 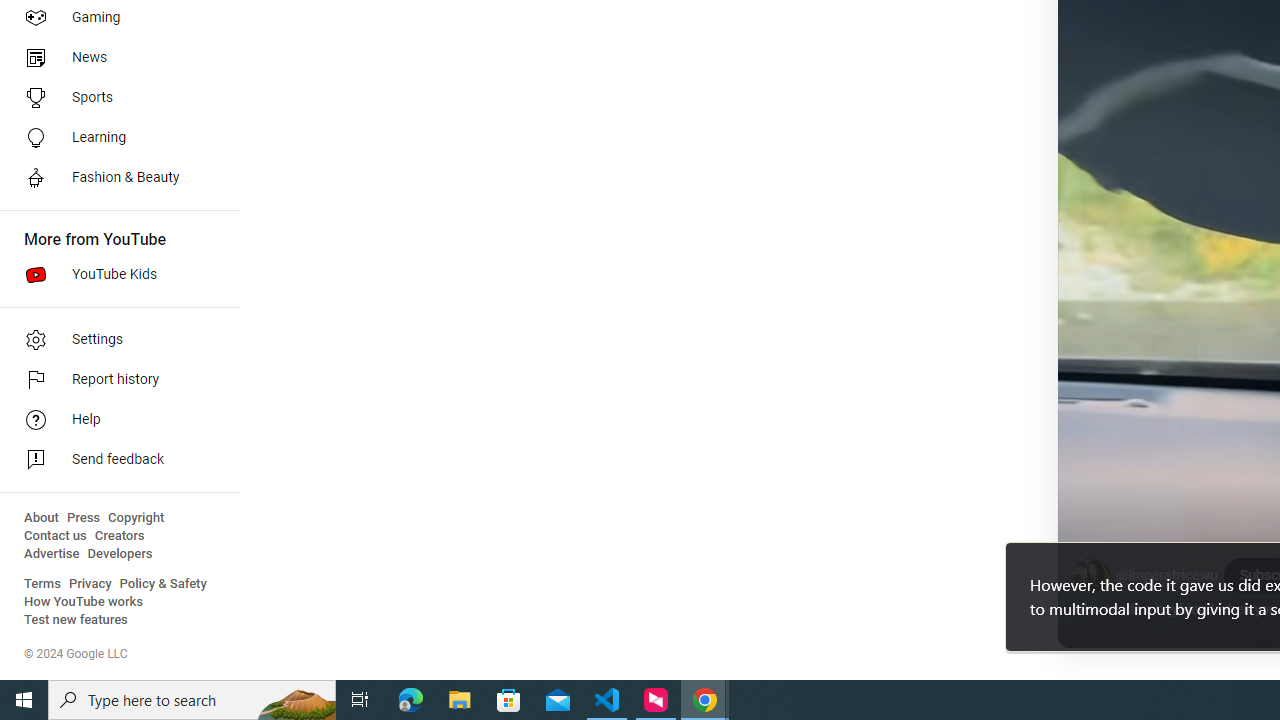 What do you see at coordinates (82, 601) in the screenshot?
I see `'How YouTube works'` at bounding box center [82, 601].